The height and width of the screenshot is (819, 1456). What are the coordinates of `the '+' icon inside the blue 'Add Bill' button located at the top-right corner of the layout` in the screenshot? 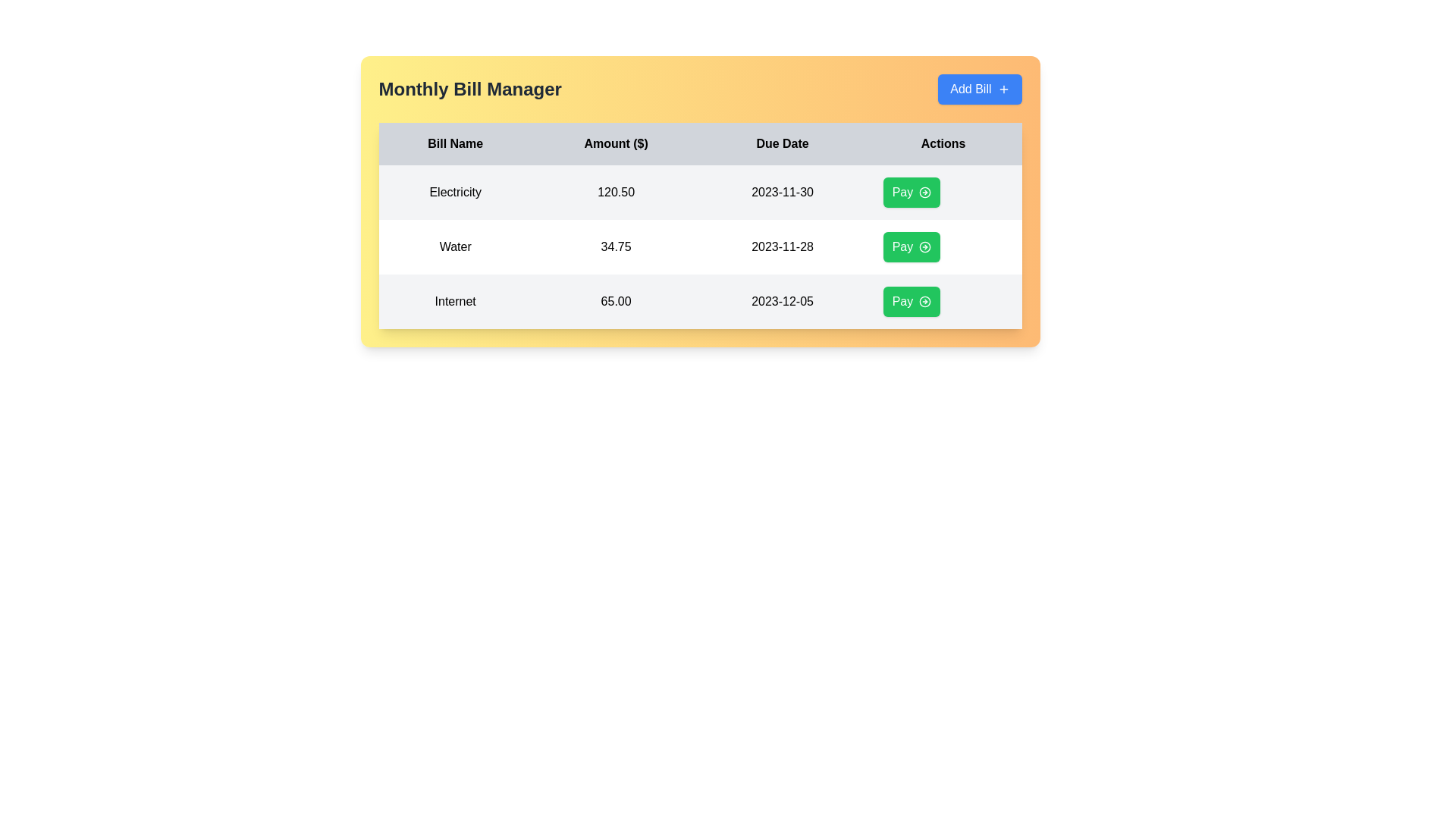 It's located at (1003, 89).